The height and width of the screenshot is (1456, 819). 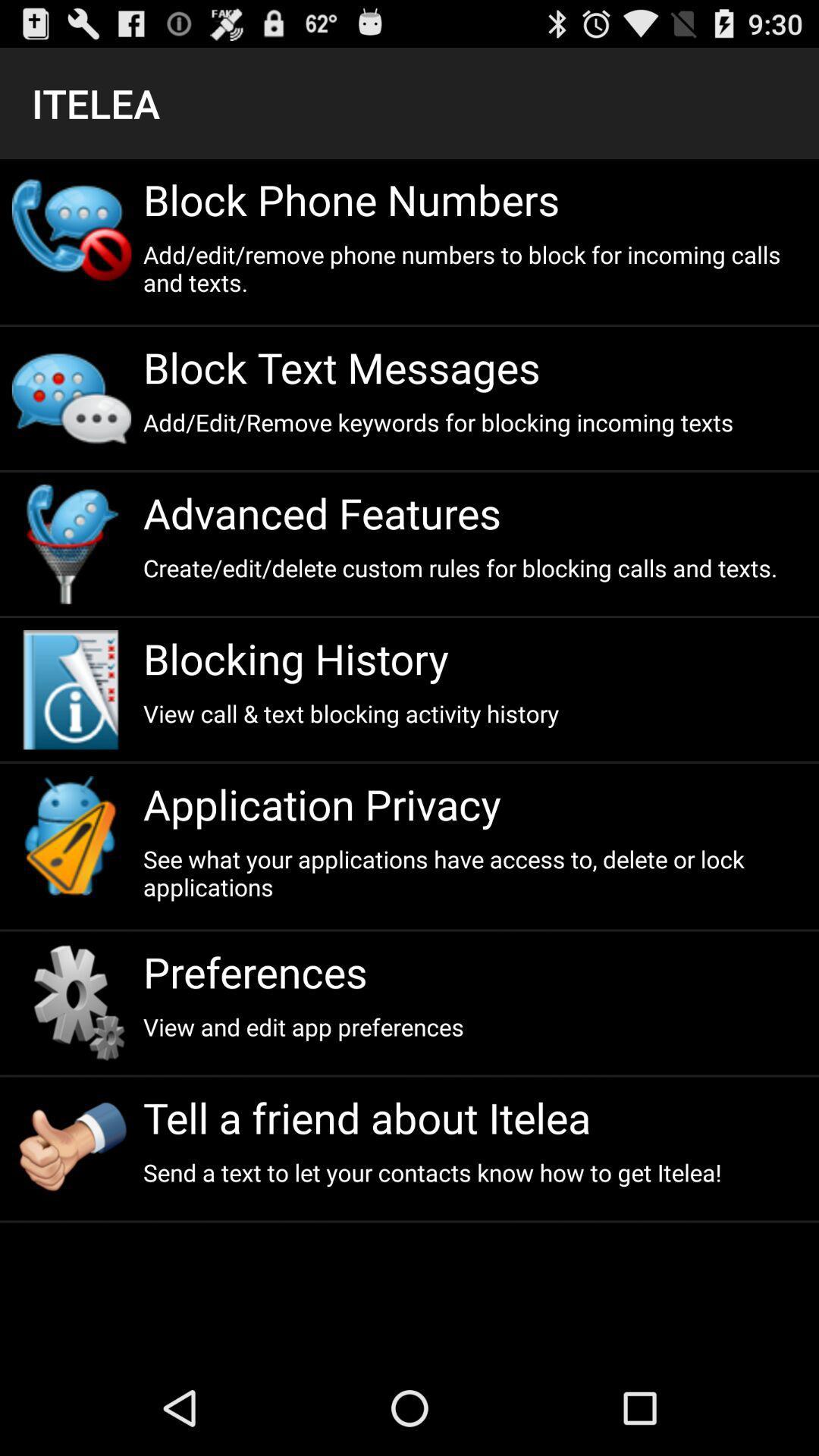 I want to click on the tell a friend item, so click(x=474, y=1117).